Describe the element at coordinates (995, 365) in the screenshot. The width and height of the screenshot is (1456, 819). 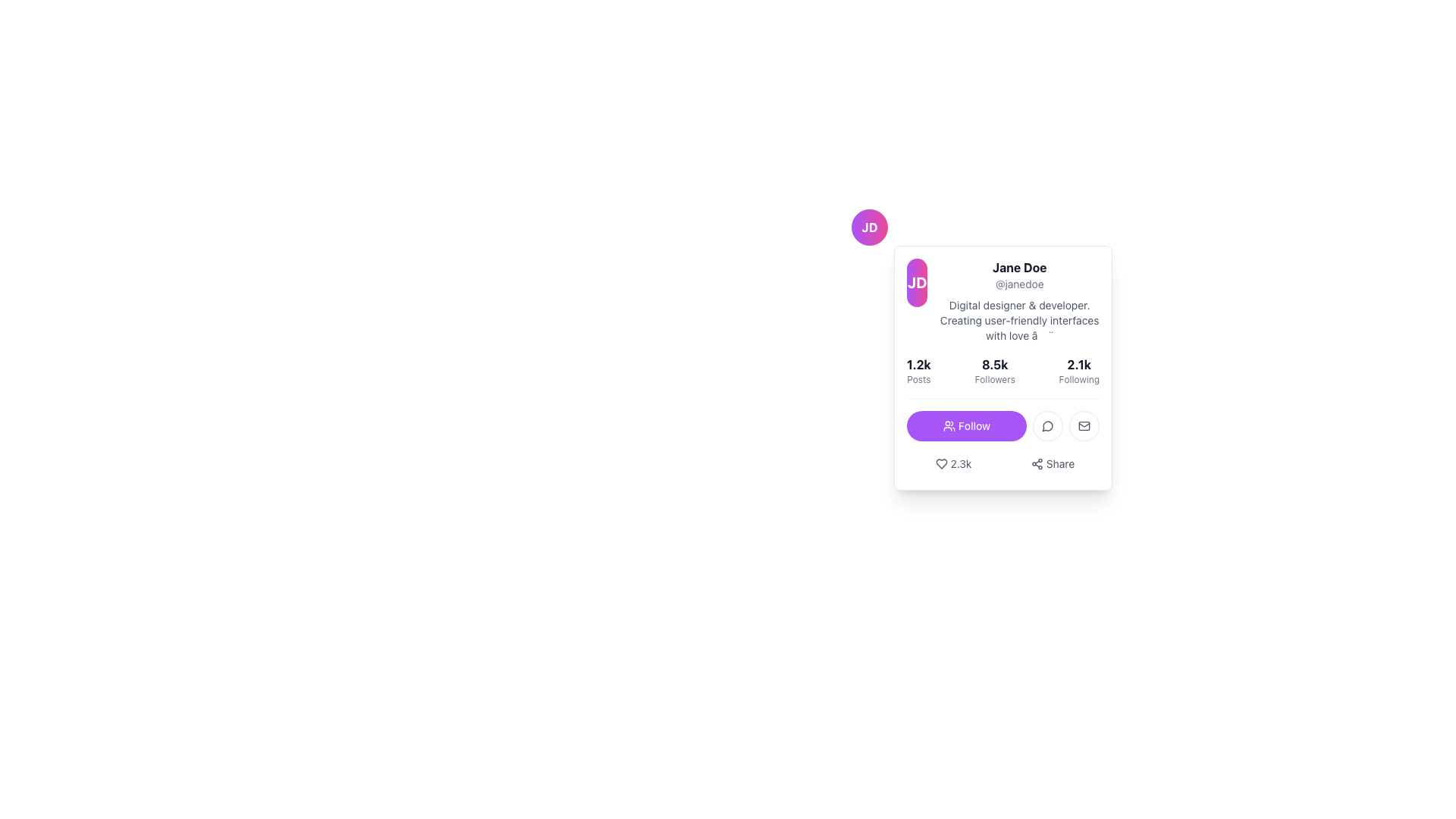
I see `the static text component displaying '8.5k', which is a bold dark gray text indicating follower count in a user profile card` at that location.